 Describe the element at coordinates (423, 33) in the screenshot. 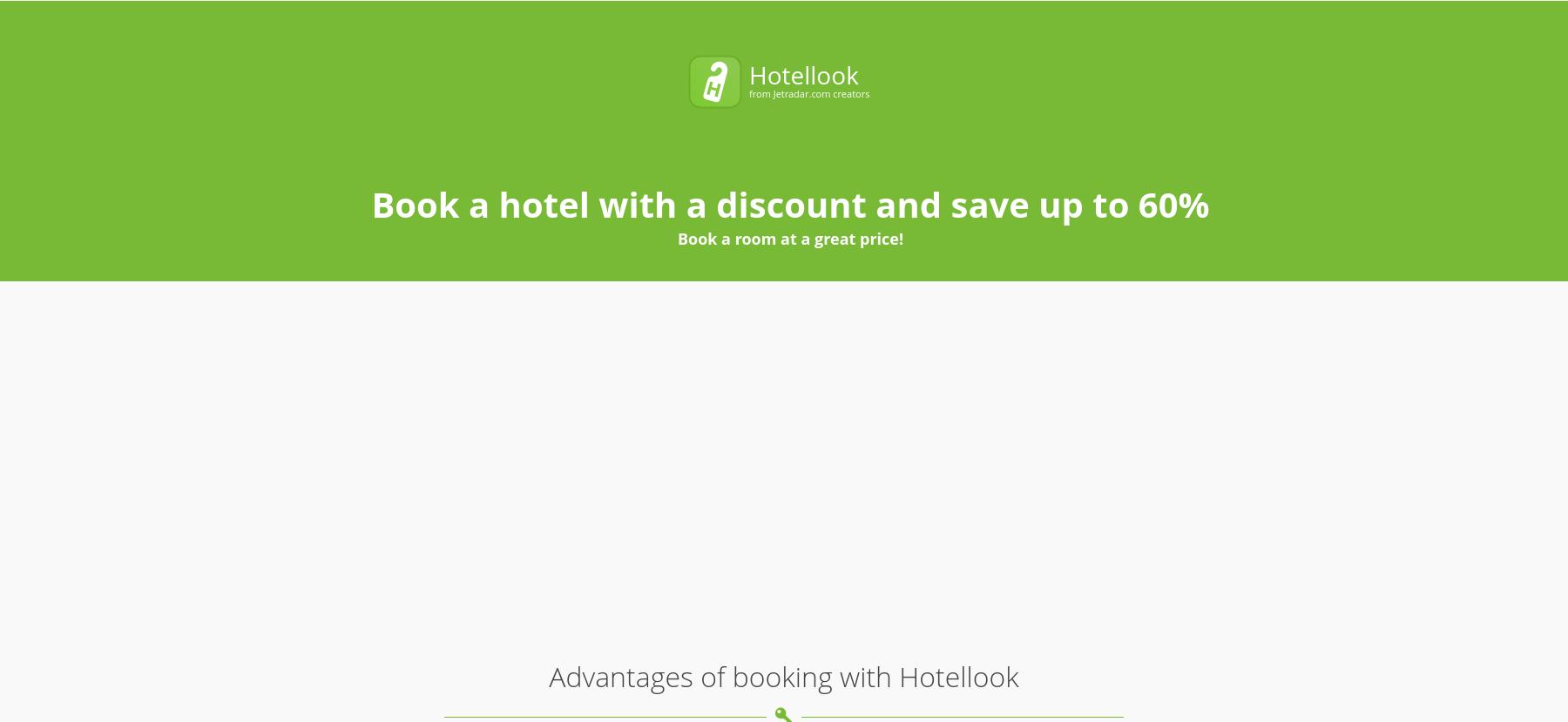

I see `'City or hotel name'` at that location.